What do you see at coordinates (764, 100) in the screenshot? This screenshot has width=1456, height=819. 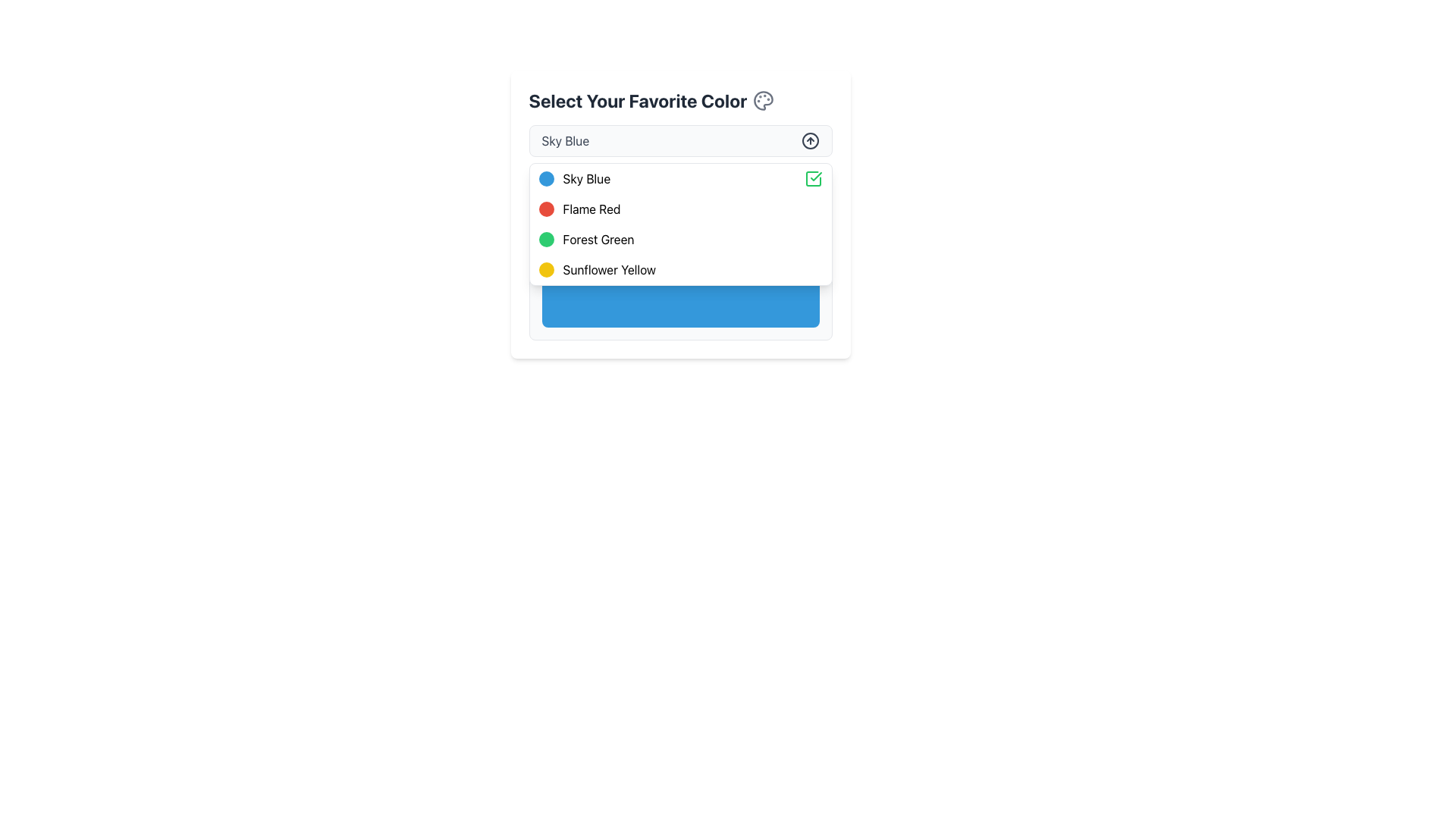 I see `the color selection palette icon located in the header section next to 'Select Your Favorite Color'` at bounding box center [764, 100].